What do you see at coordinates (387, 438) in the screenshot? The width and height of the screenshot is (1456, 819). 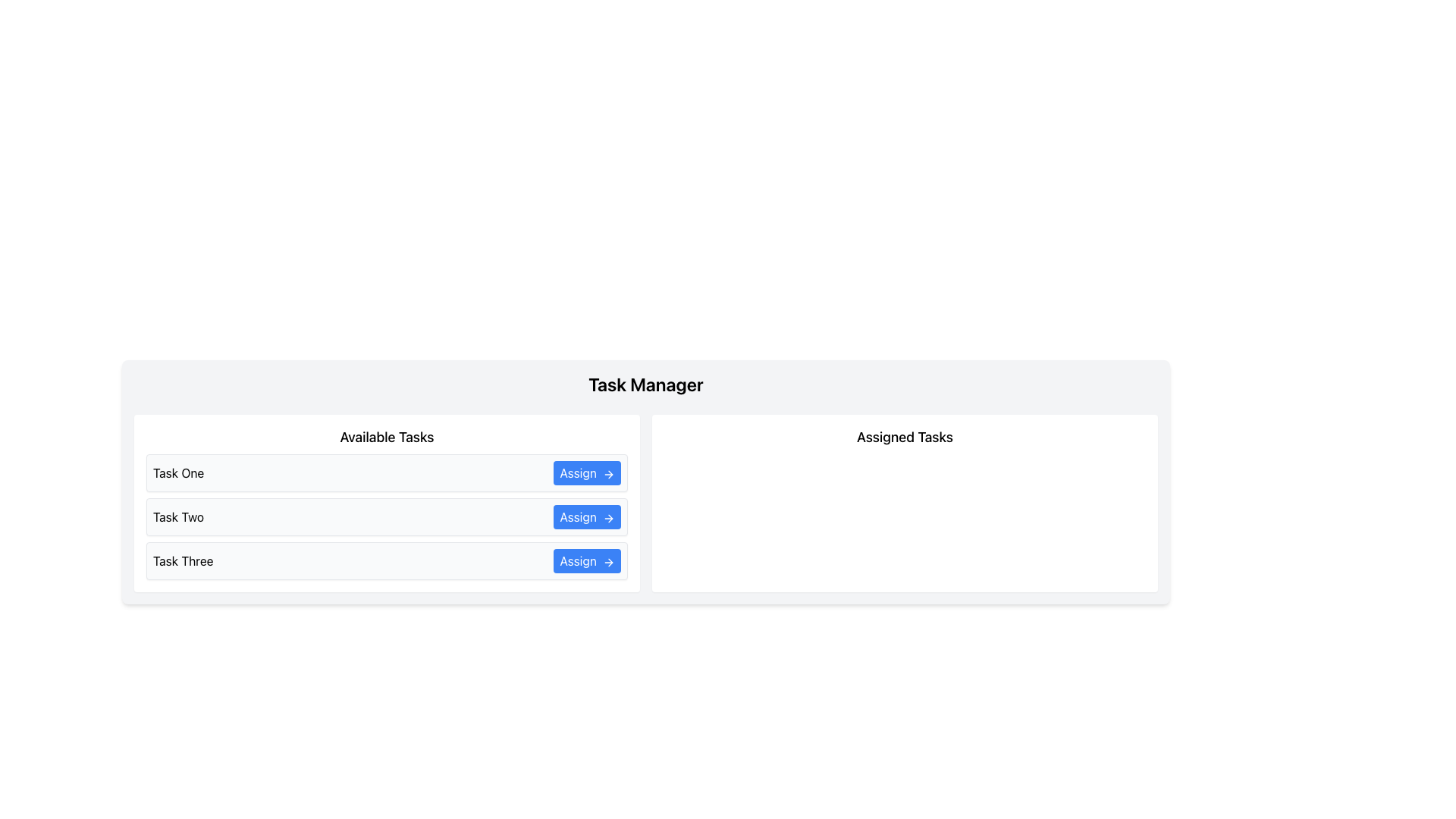 I see `the 'Available Tasks' text label, which is a prominent heading in bold font located at the top of the tasks section` at bounding box center [387, 438].